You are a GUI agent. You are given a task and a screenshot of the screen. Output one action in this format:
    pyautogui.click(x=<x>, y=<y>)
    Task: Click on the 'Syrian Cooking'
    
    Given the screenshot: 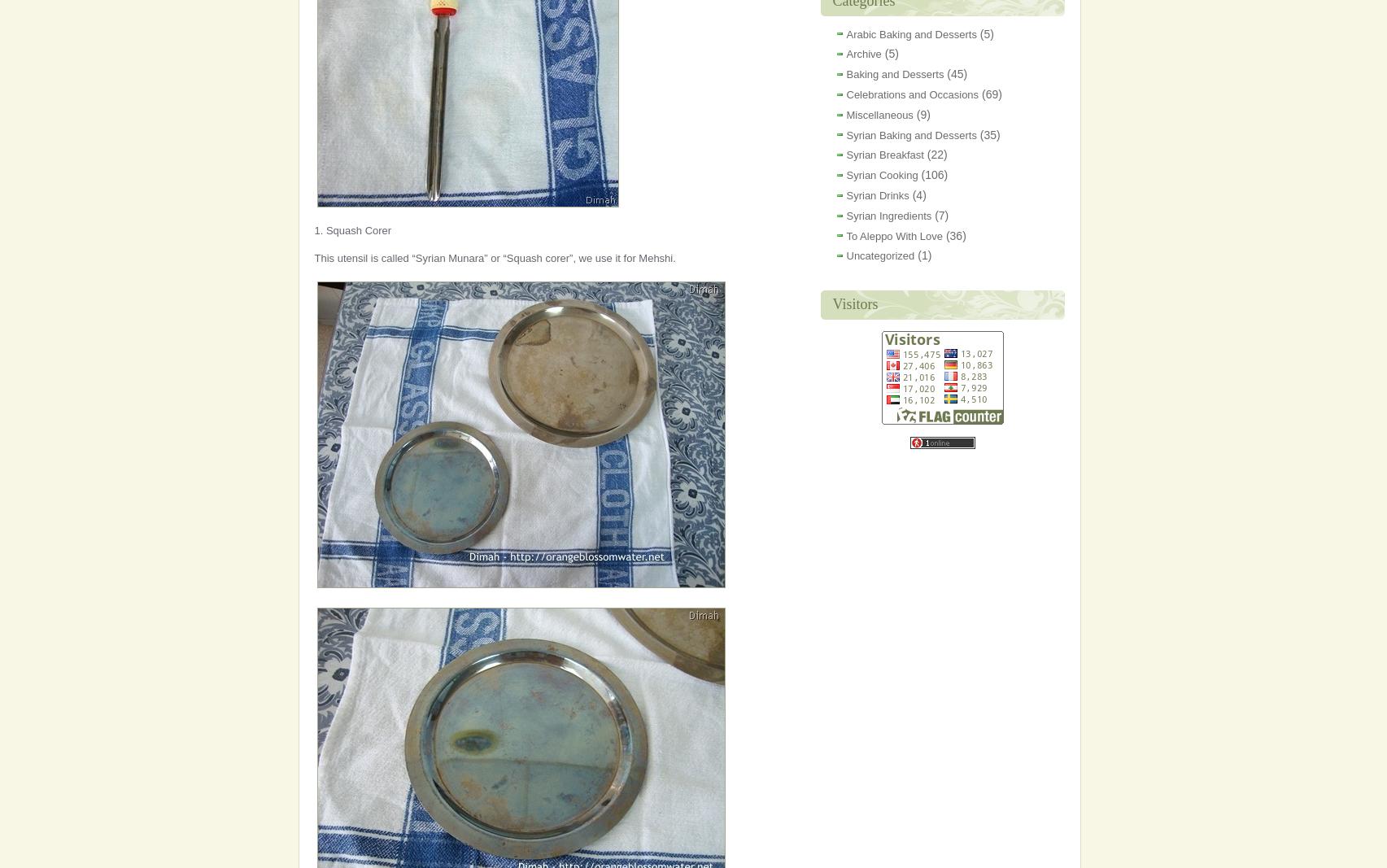 What is the action you would take?
    pyautogui.click(x=881, y=175)
    